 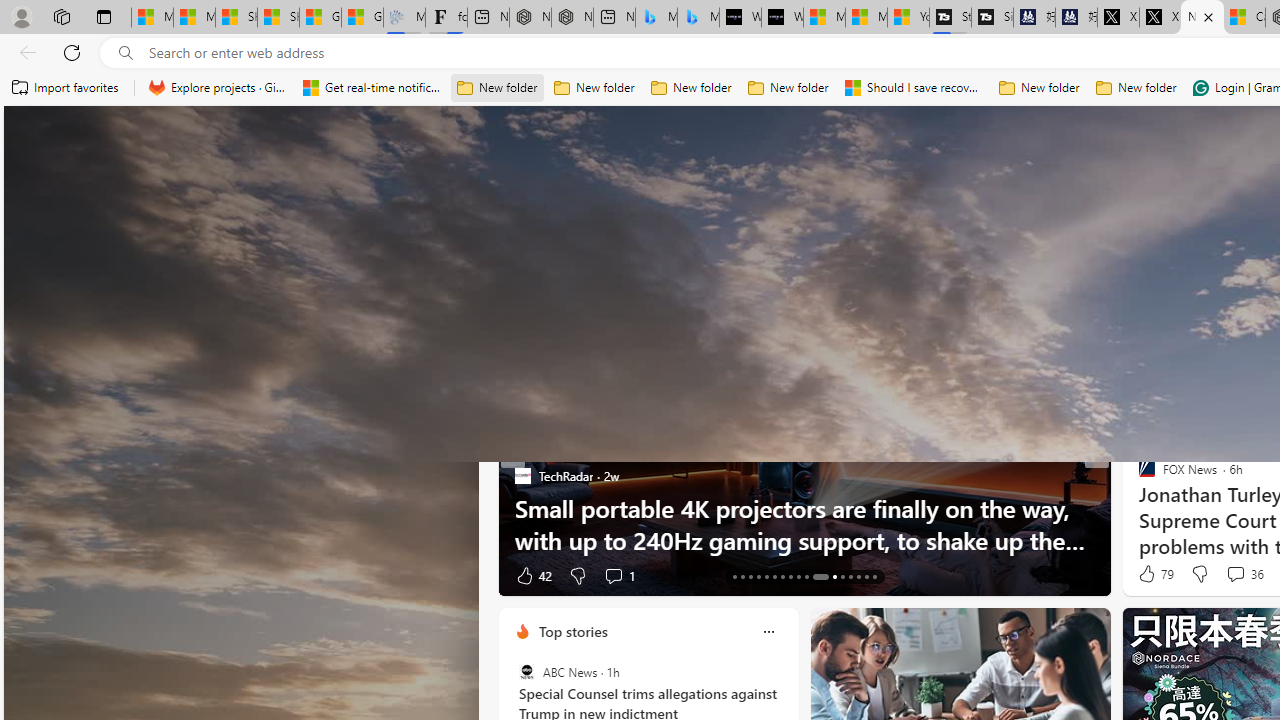 What do you see at coordinates (781, 17) in the screenshot?
I see `'What'` at bounding box center [781, 17].